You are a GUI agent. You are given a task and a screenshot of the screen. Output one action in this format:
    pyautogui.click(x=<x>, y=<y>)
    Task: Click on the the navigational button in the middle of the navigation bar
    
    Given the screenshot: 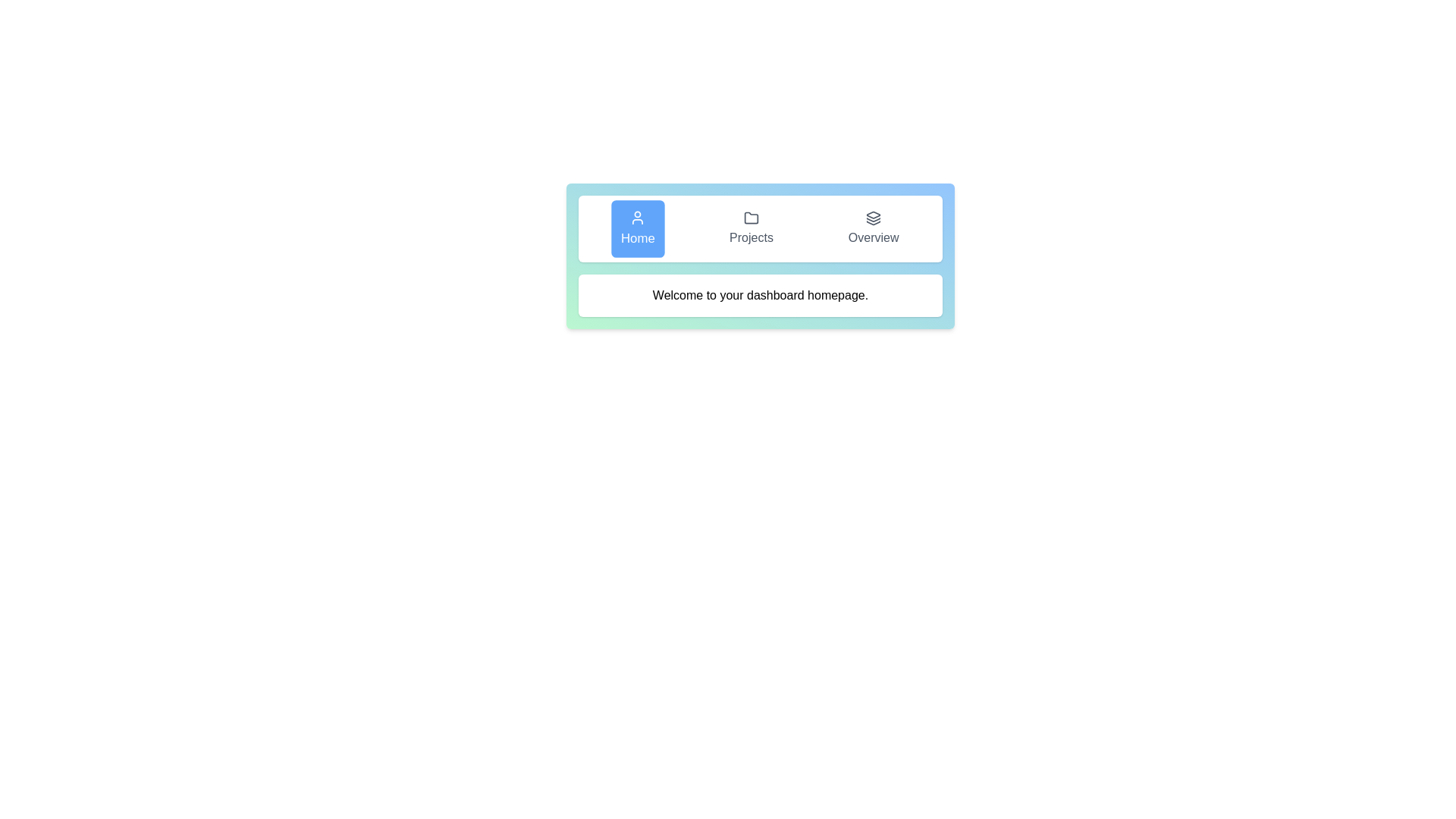 What is the action you would take?
    pyautogui.click(x=751, y=228)
    